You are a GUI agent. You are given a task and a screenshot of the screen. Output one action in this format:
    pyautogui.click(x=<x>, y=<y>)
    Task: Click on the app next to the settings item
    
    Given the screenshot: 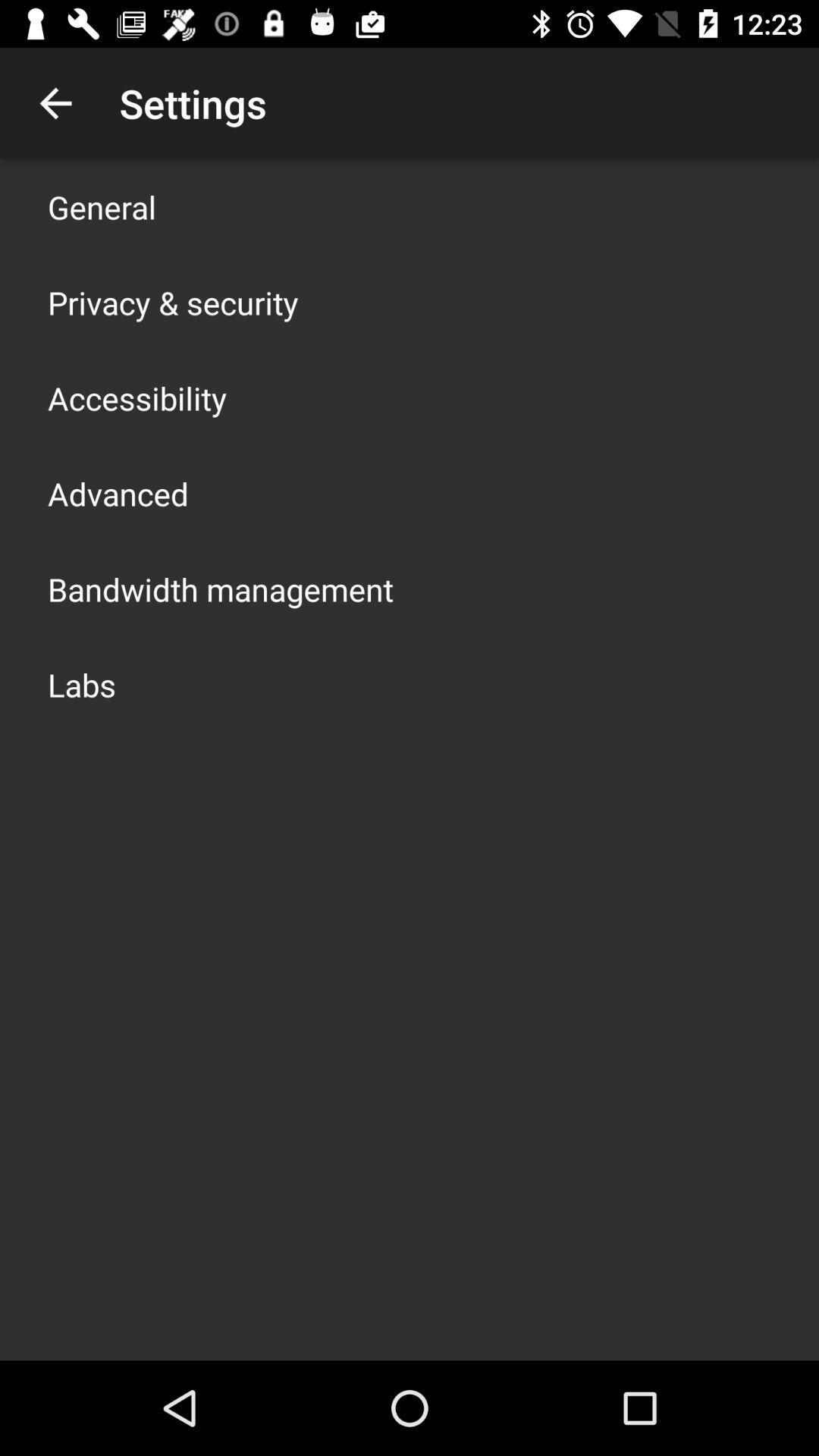 What is the action you would take?
    pyautogui.click(x=55, y=102)
    